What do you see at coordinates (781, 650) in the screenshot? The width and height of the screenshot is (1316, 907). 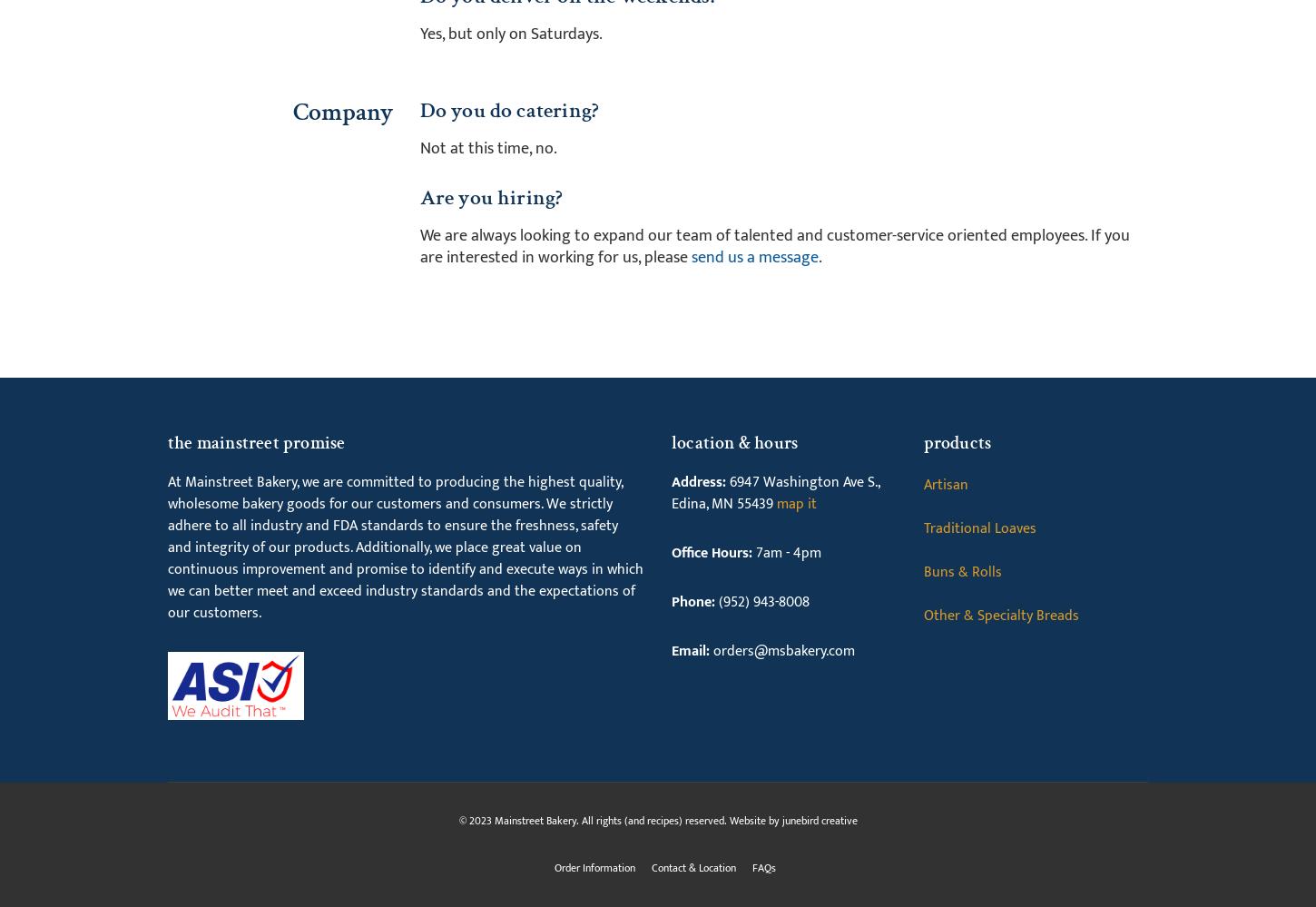 I see `'orders@msbakery.com'` at bounding box center [781, 650].